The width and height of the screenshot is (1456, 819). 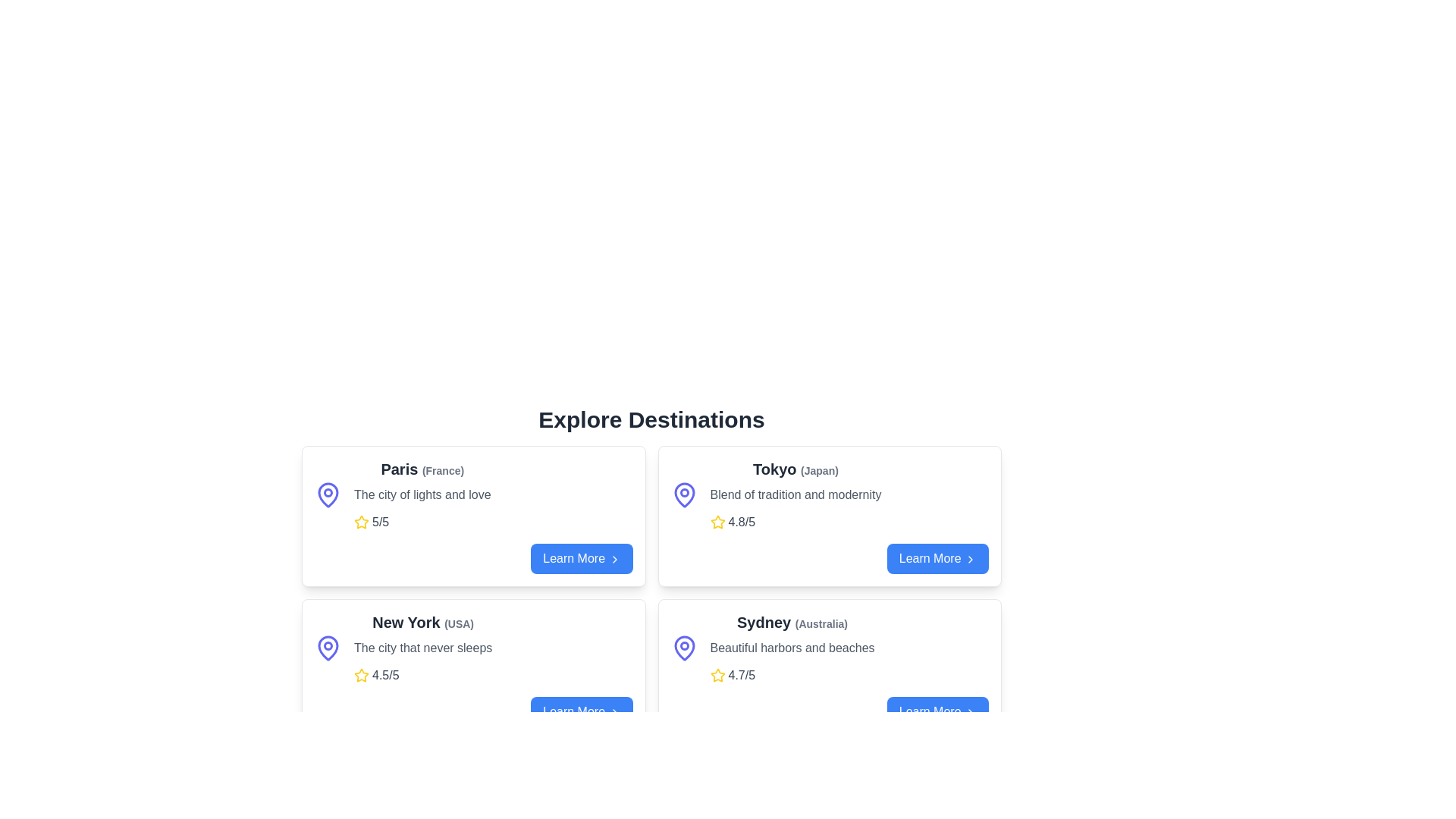 I want to click on the 'Learn More' button with a bright blue background located in the bottom-right corner of the 'Tokyo (Japan)' card, so click(x=937, y=558).